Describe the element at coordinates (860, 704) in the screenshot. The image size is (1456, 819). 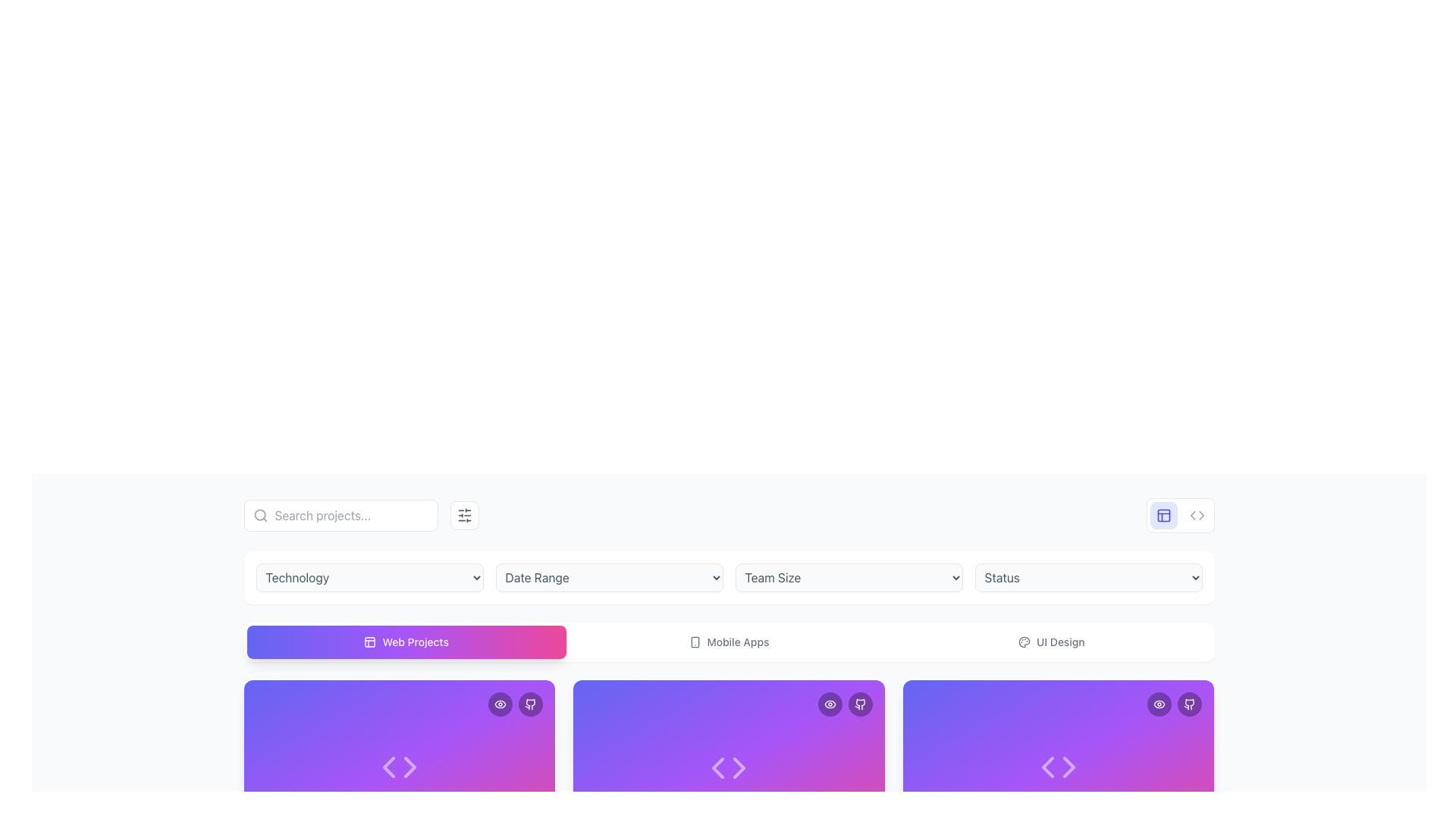
I see `the rightmost icon within the group of small icons at the top-right corner of the card-like structure` at that location.